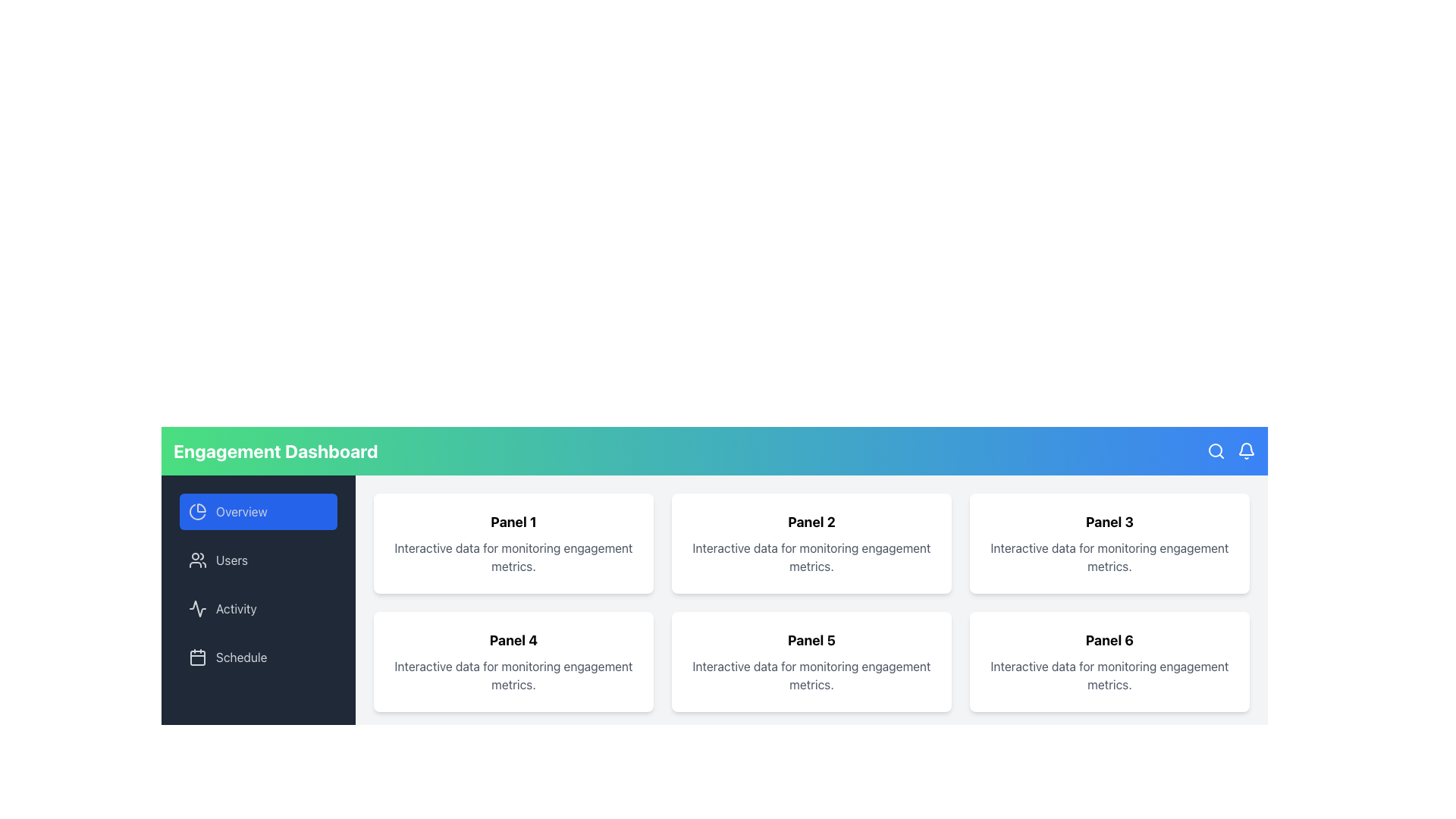  I want to click on text content of the title element located at the top-center of the fifth card in a grid of six cards, so click(811, 640).